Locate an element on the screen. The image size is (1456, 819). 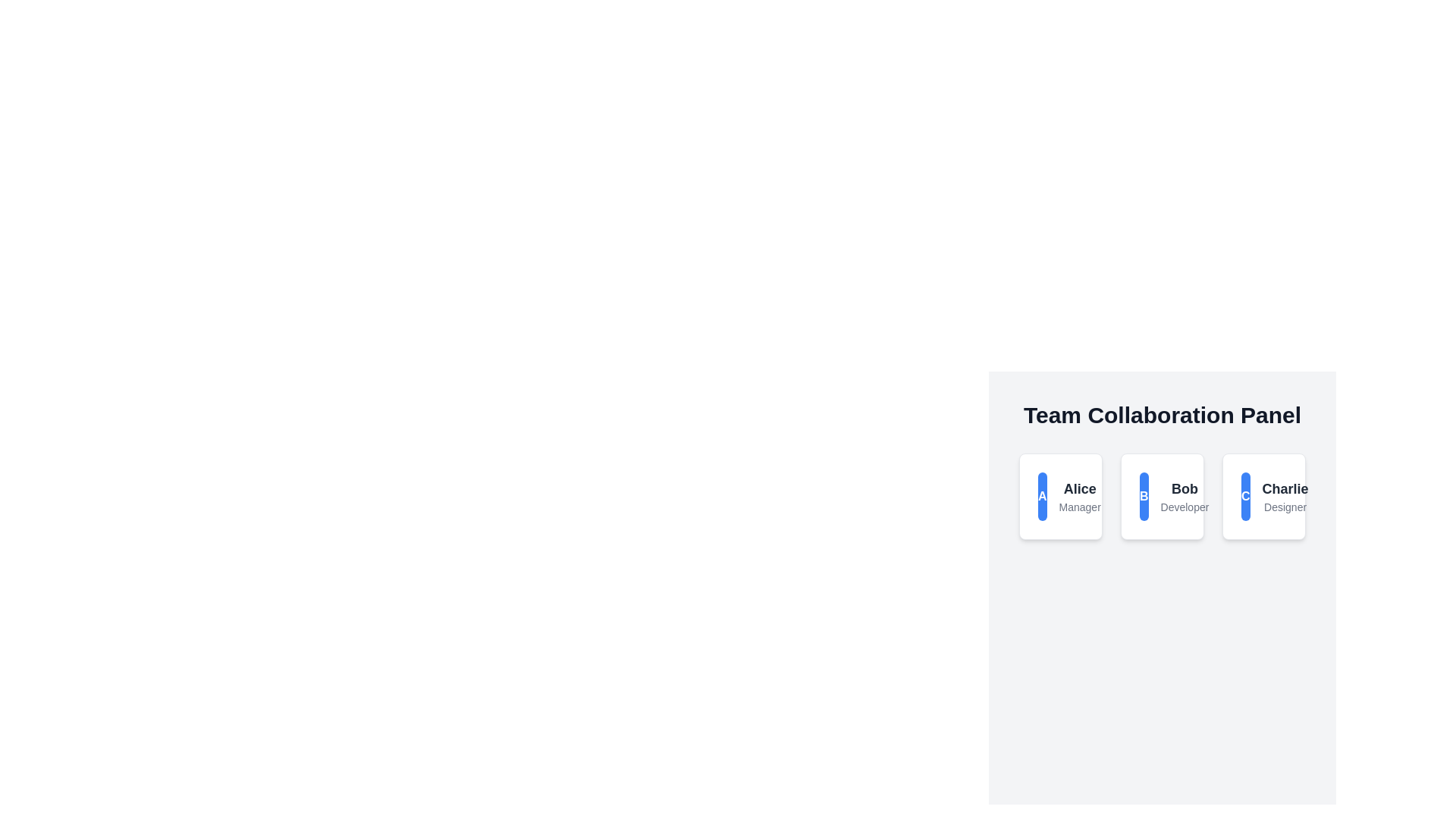
the text display that shows the name and role of an individual, located in the middle card of a group of three team member cards, beneath the letter icon 'B' and to the right of 'Alice Manager' is located at coordinates (1184, 497).